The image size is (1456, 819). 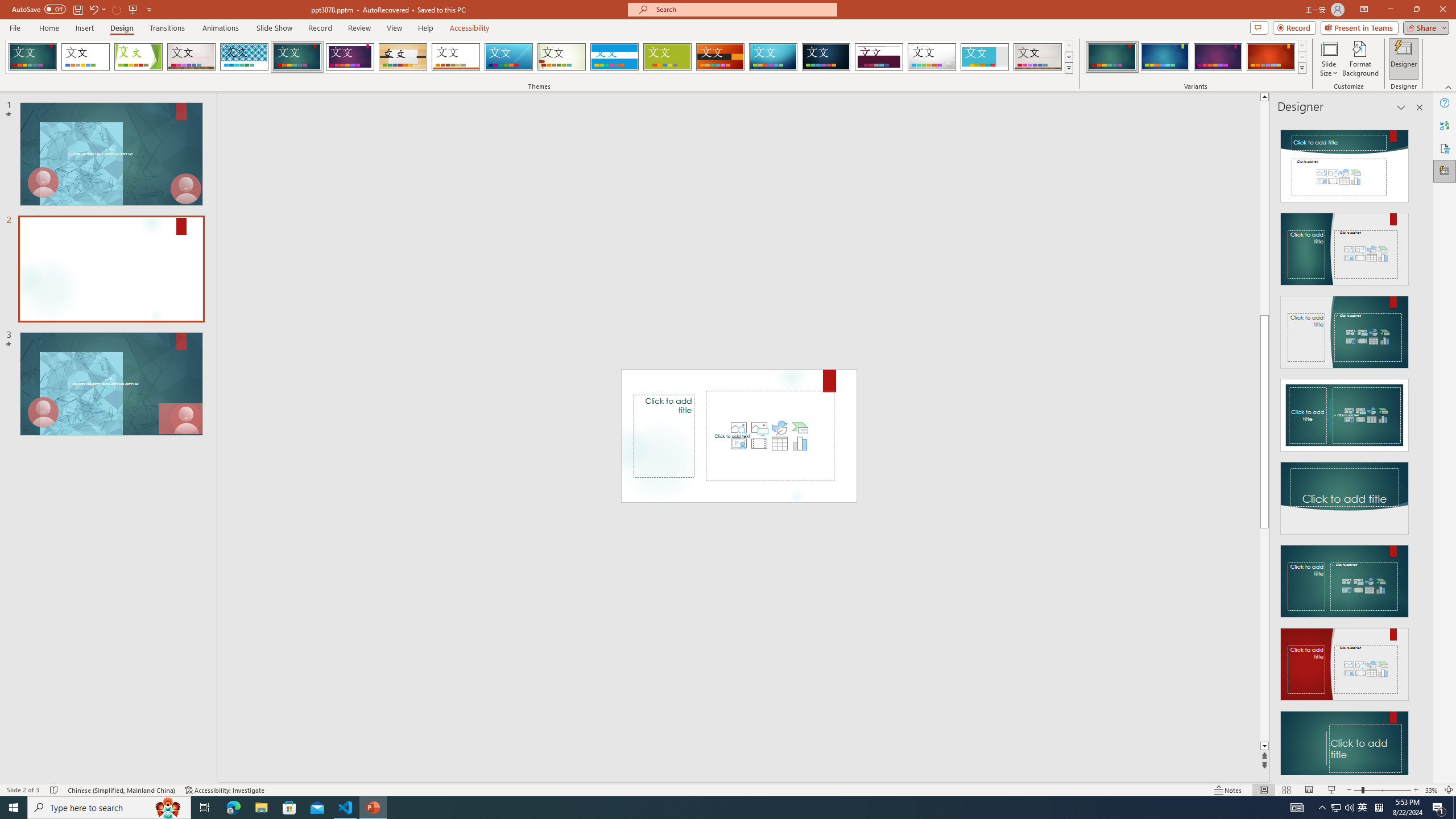 I want to click on 'Insert an Icon', so click(x=779, y=427).